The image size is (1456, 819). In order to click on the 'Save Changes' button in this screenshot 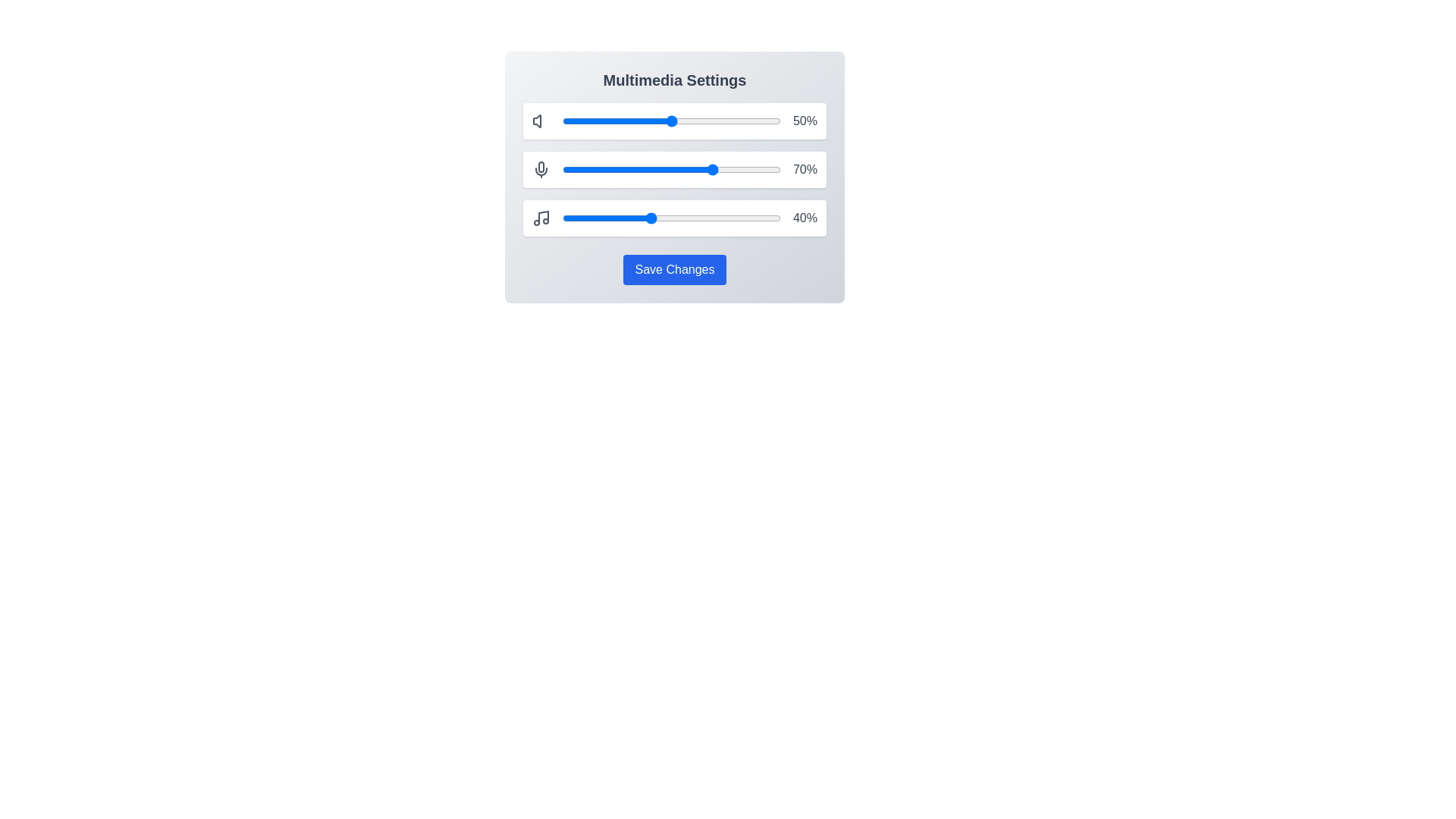, I will do `click(673, 268)`.